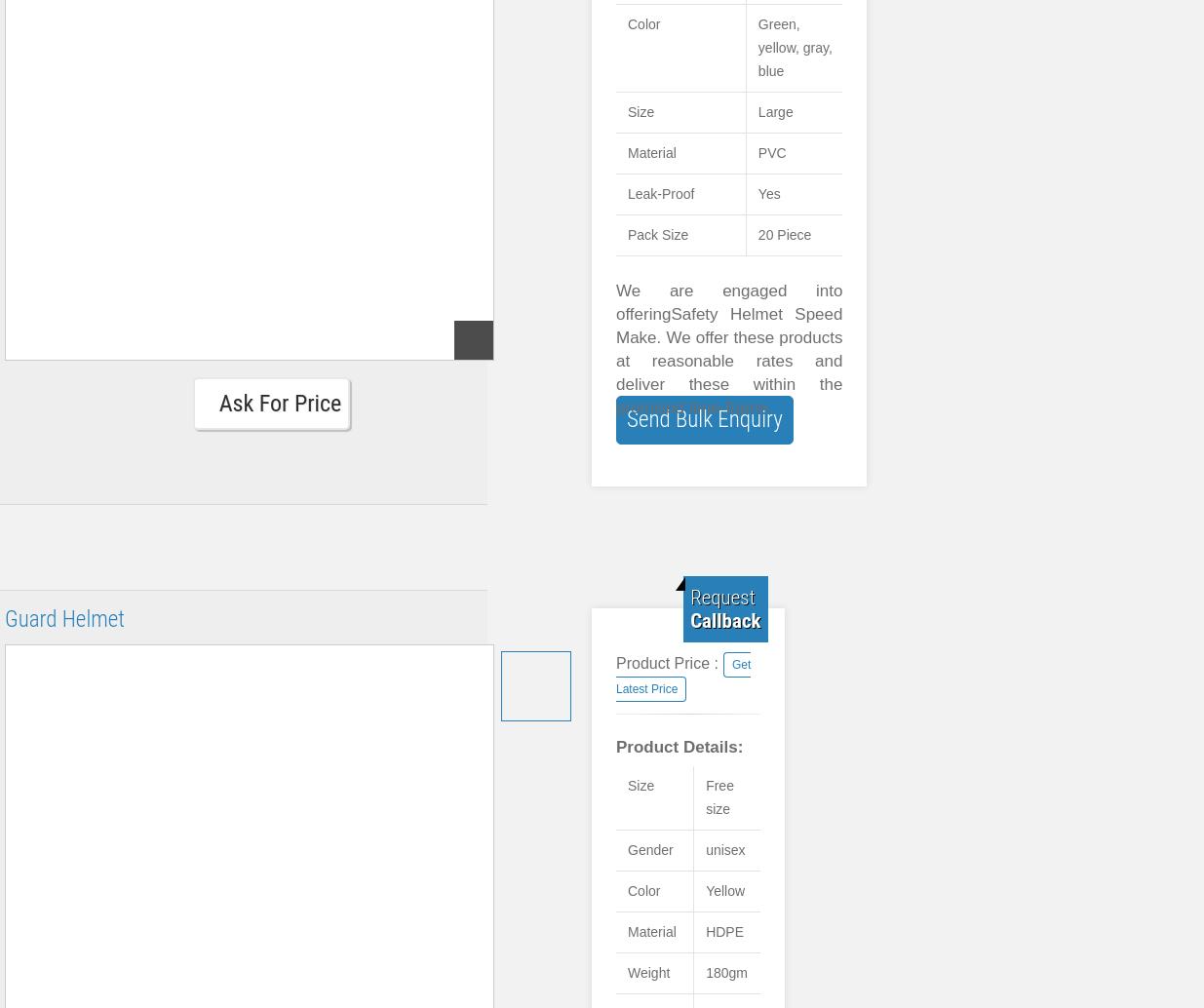  What do you see at coordinates (63, 619) in the screenshot?
I see `'Guard  Helmet'` at bounding box center [63, 619].